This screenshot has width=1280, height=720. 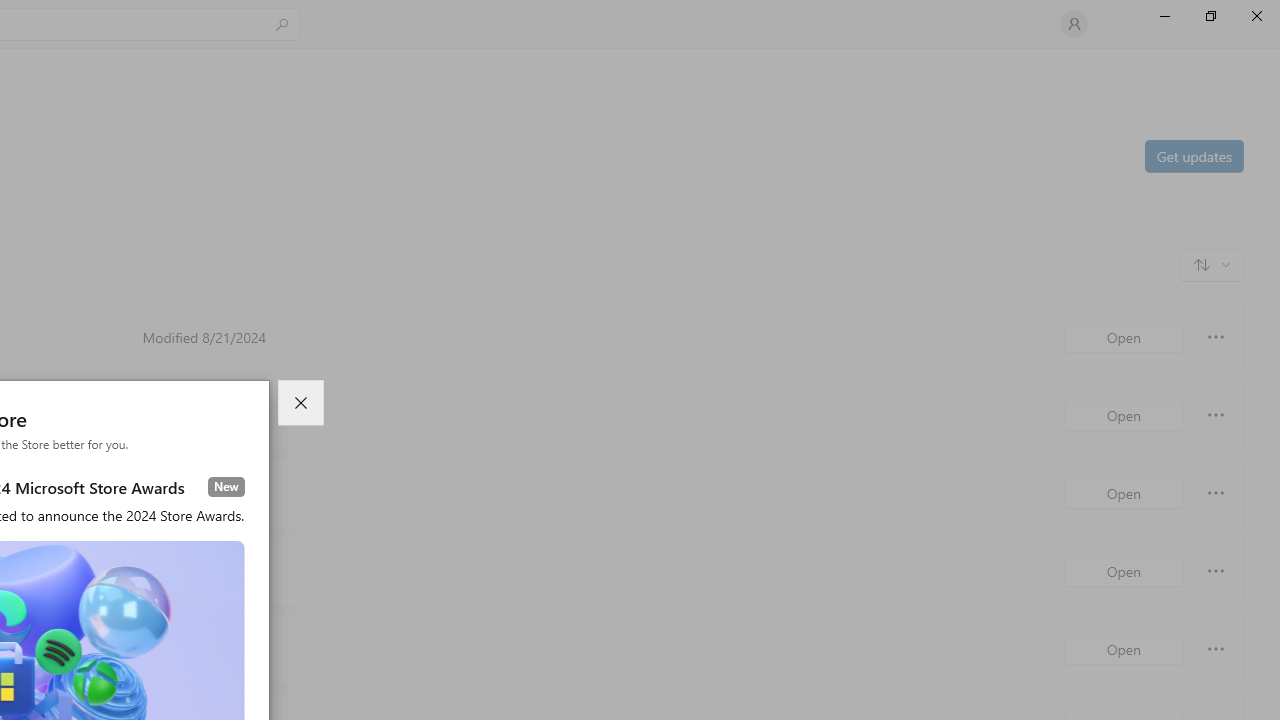 I want to click on 'Get updates', so click(x=1193, y=154).